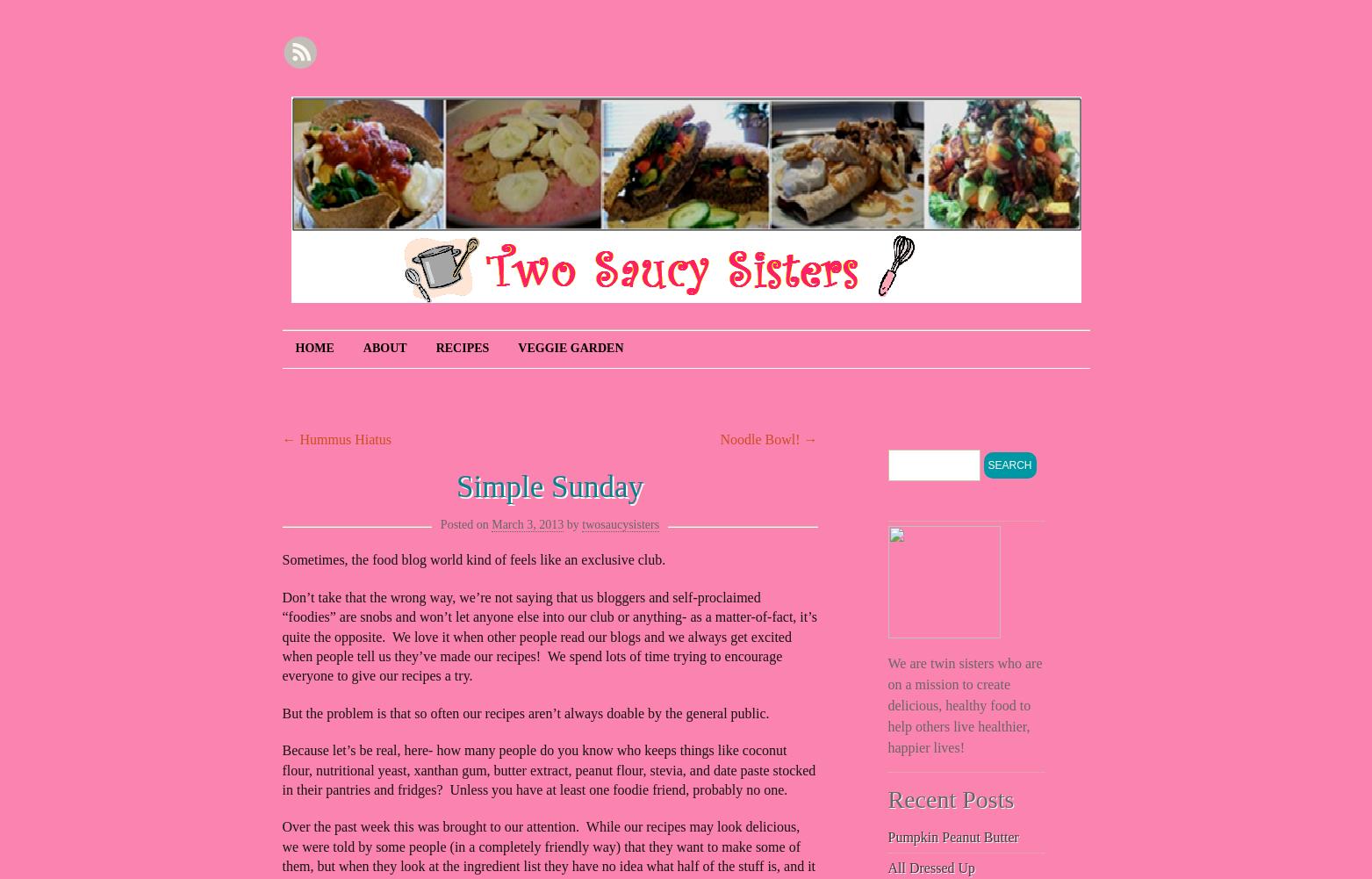  I want to click on 'Recent Posts', so click(951, 799).